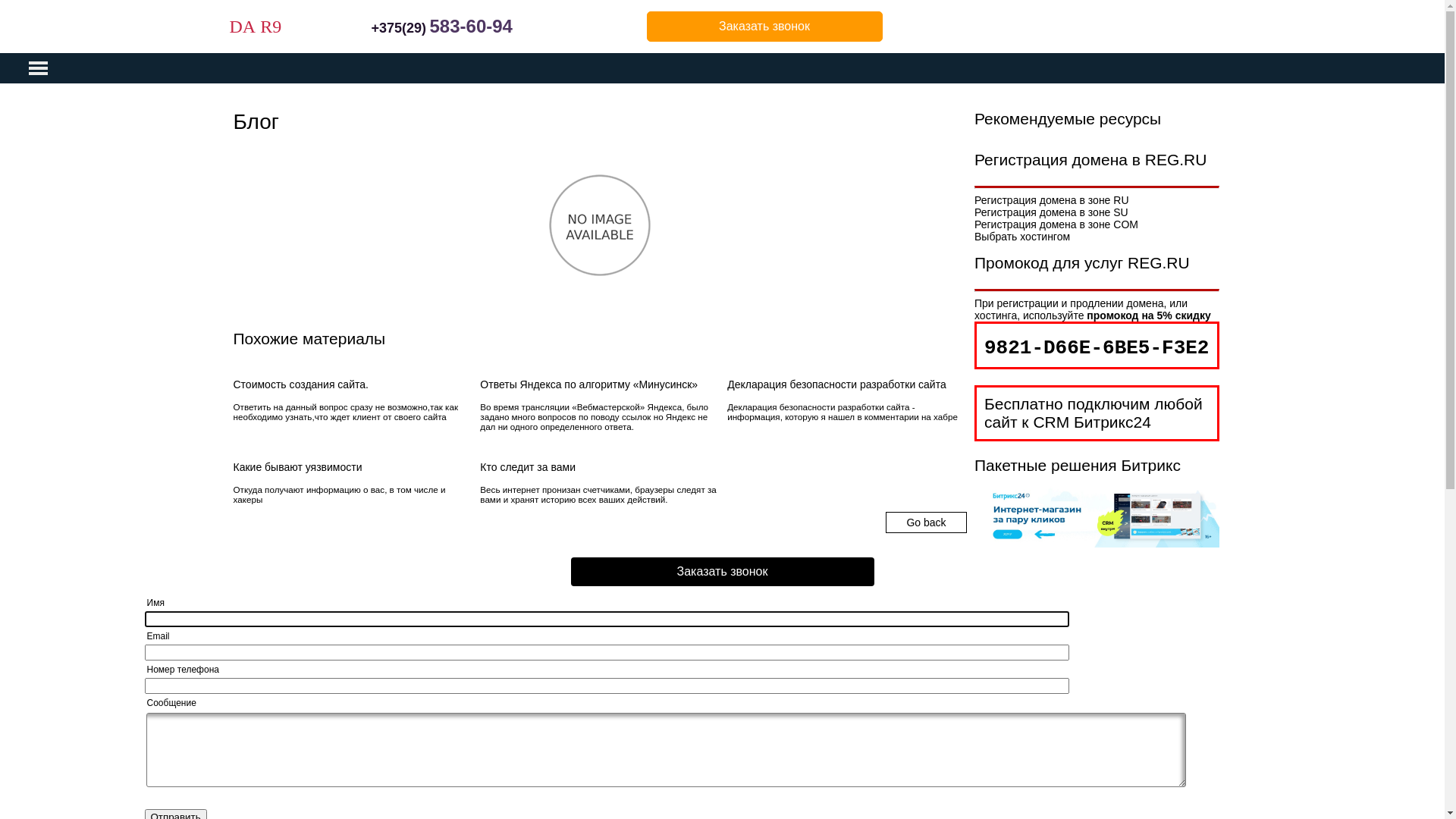 The width and height of the screenshot is (1456, 819). Describe the element at coordinates (441, 28) in the screenshot. I see `'+375(29) 583-60-94'` at that location.